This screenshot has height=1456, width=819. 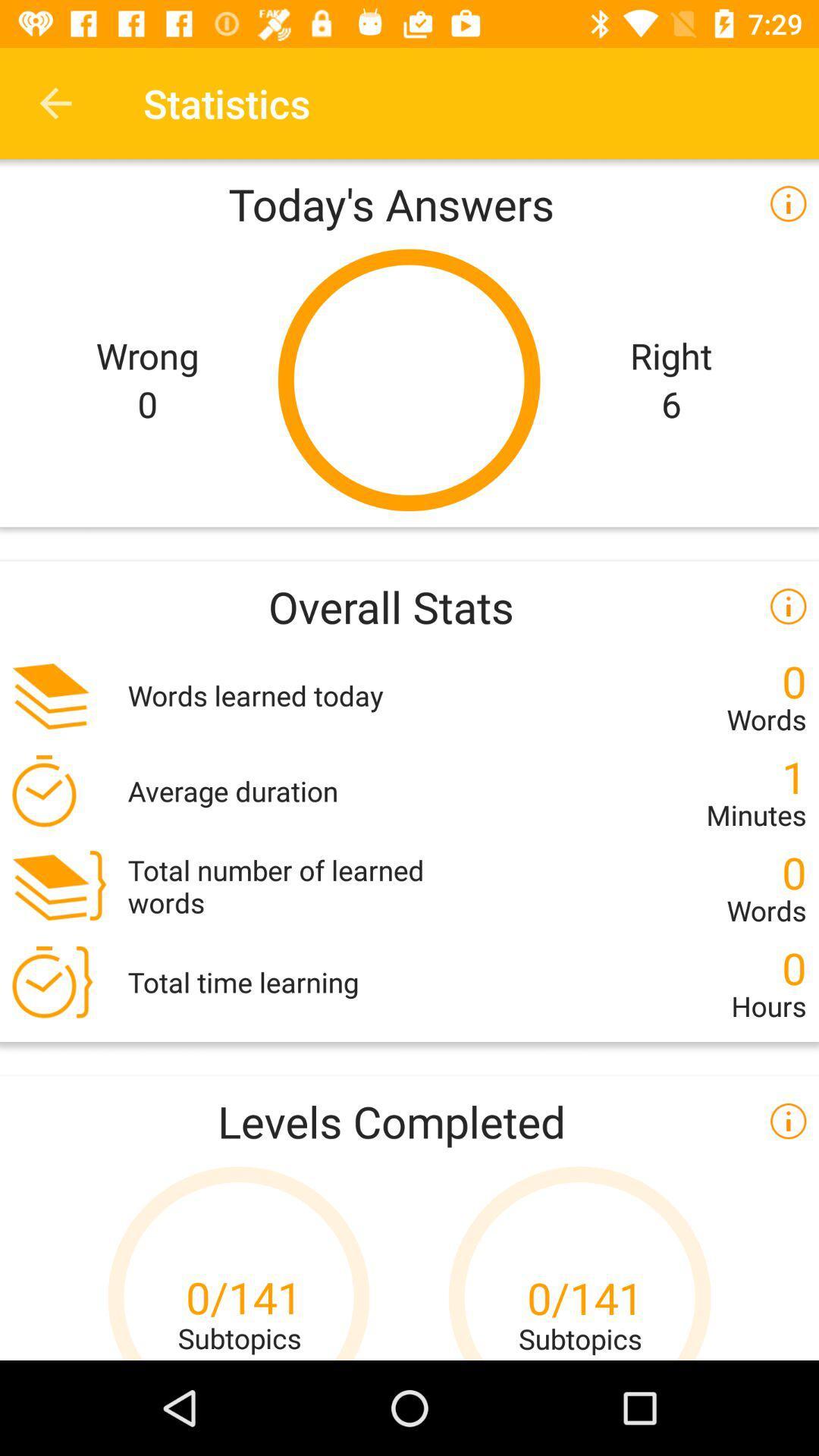 What do you see at coordinates (409, 202) in the screenshot?
I see `the today's answers icon` at bounding box center [409, 202].